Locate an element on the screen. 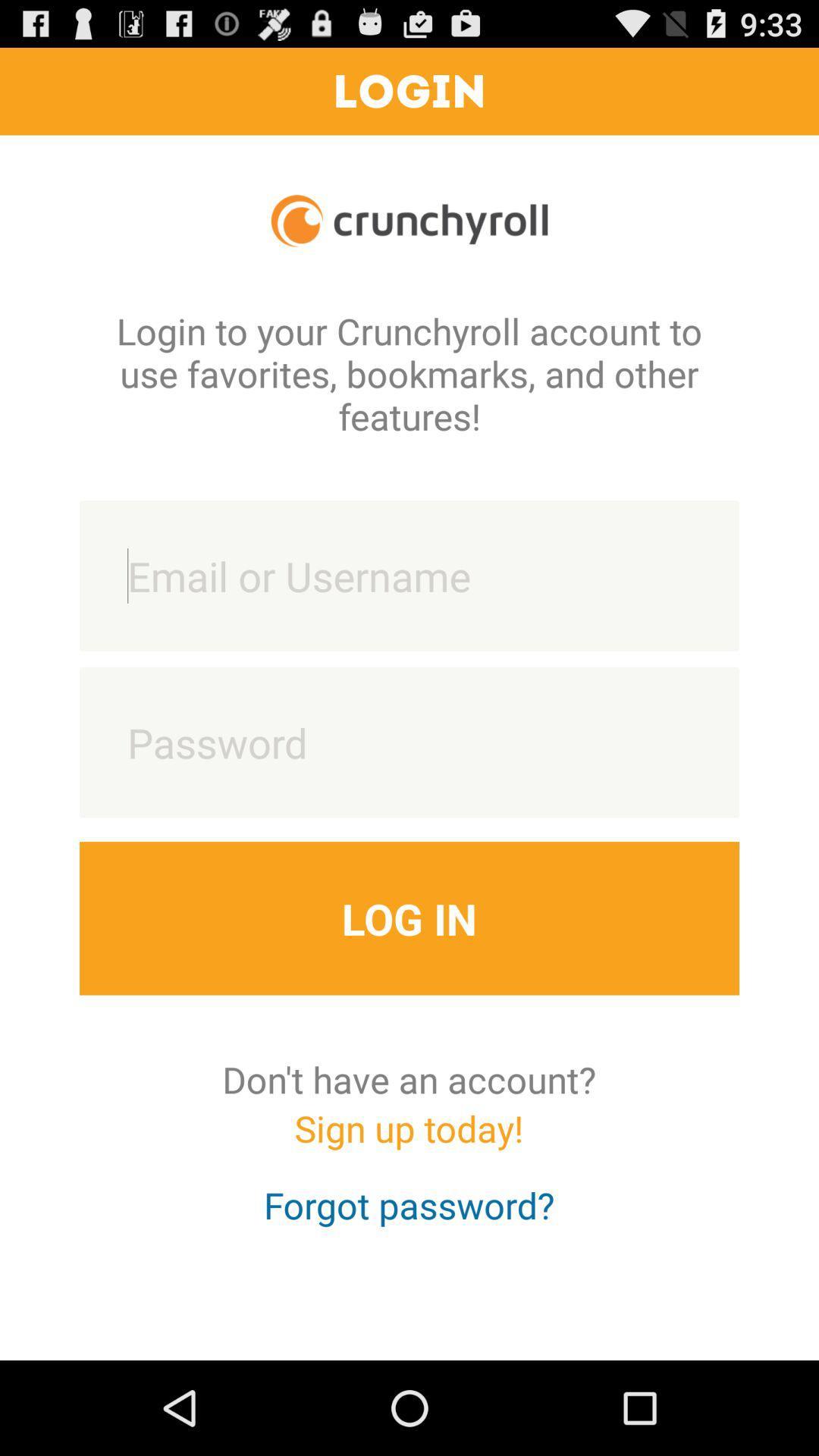 Image resolution: width=819 pixels, height=1456 pixels. password to login is located at coordinates (409, 742).